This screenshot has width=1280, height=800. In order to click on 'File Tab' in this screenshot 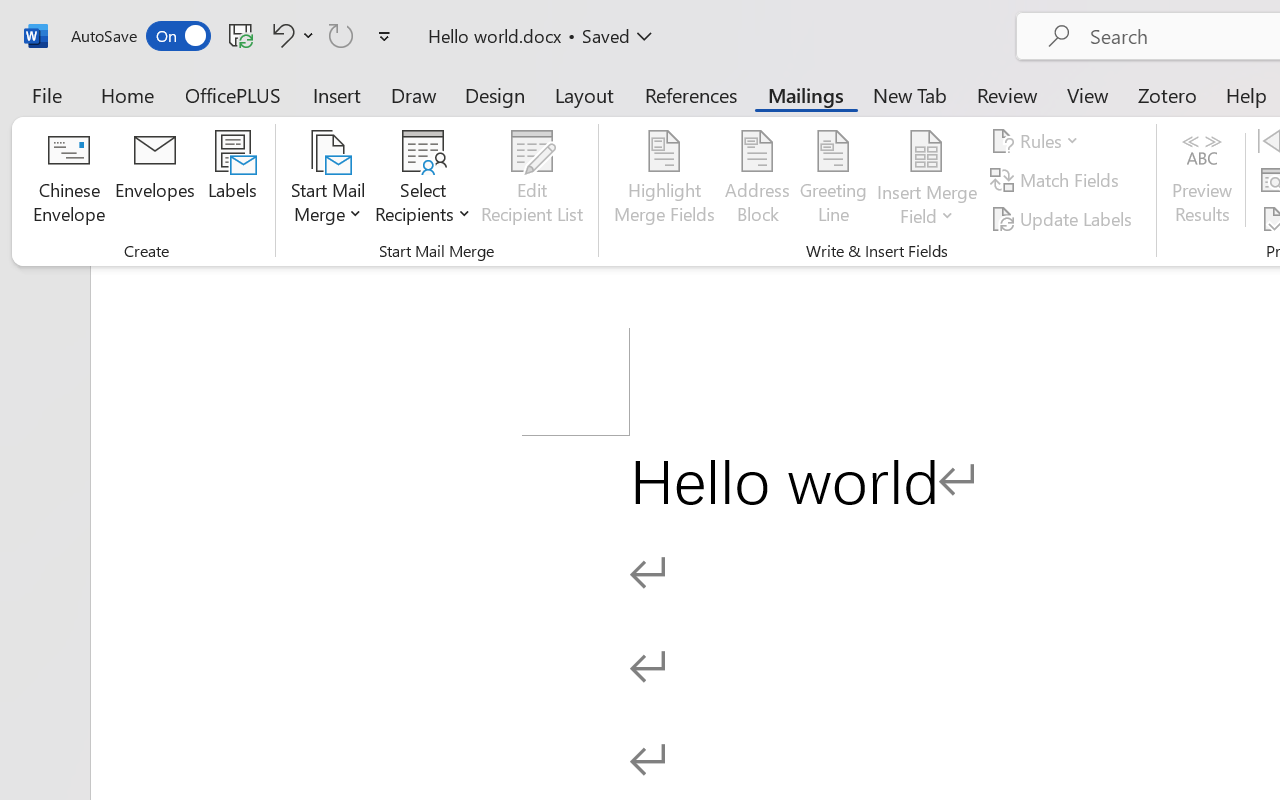, I will do `click(46, 94)`.